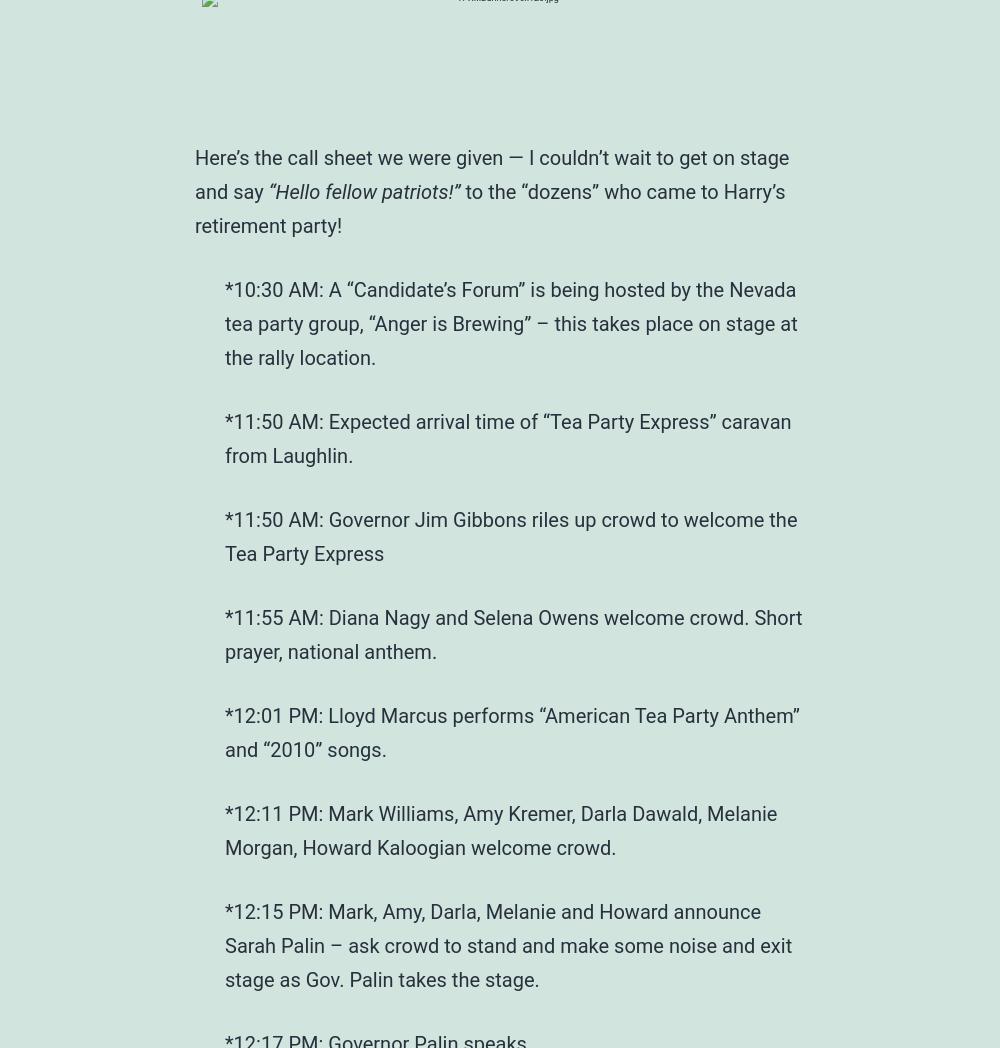  What do you see at coordinates (511, 535) in the screenshot?
I see `'*11:50 AM: Governor Jim Gibbons riles up crowd to welcome the Tea Party Express'` at bounding box center [511, 535].